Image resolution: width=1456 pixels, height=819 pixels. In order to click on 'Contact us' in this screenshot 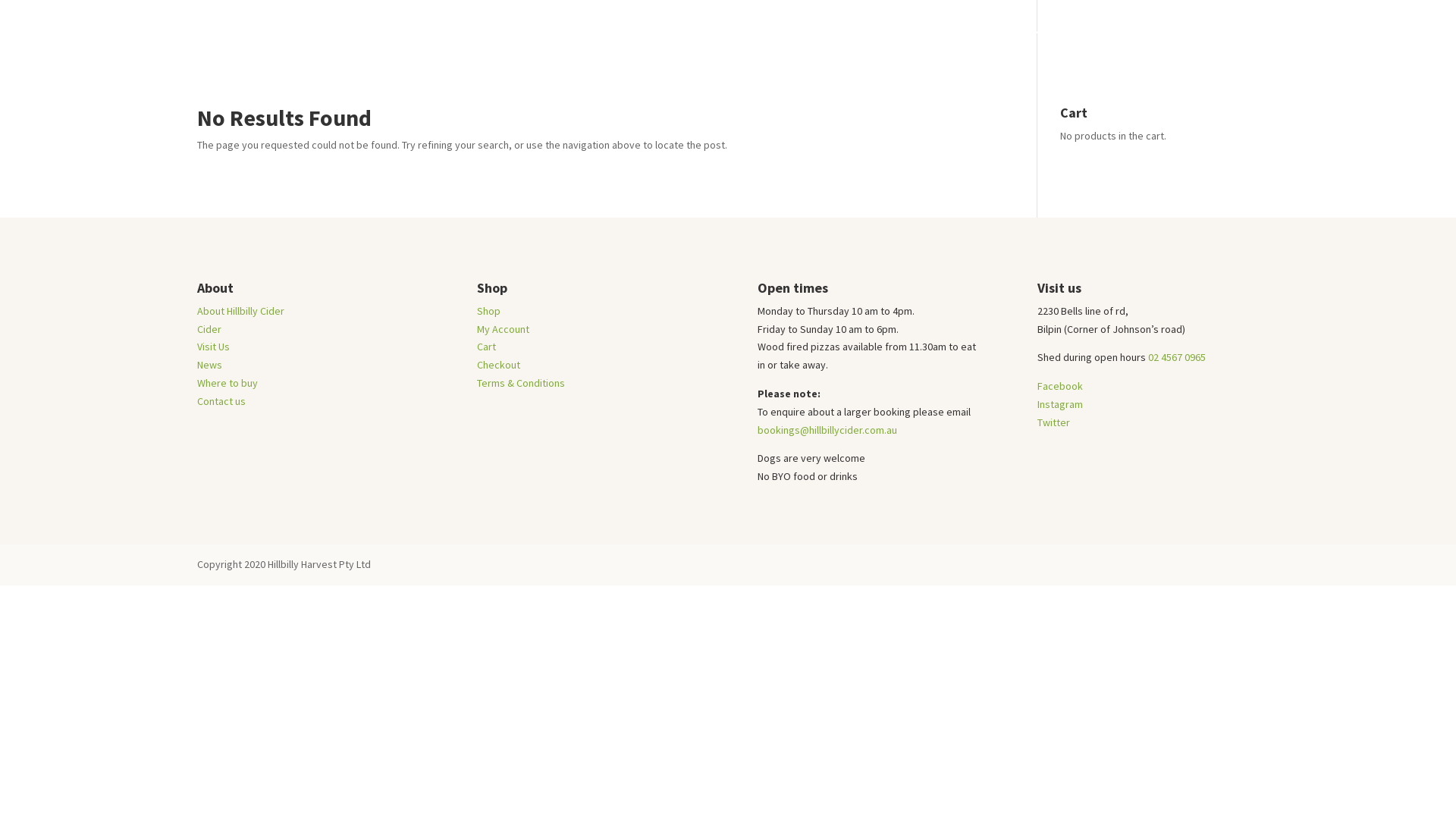, I will do `click(221, 400)`.